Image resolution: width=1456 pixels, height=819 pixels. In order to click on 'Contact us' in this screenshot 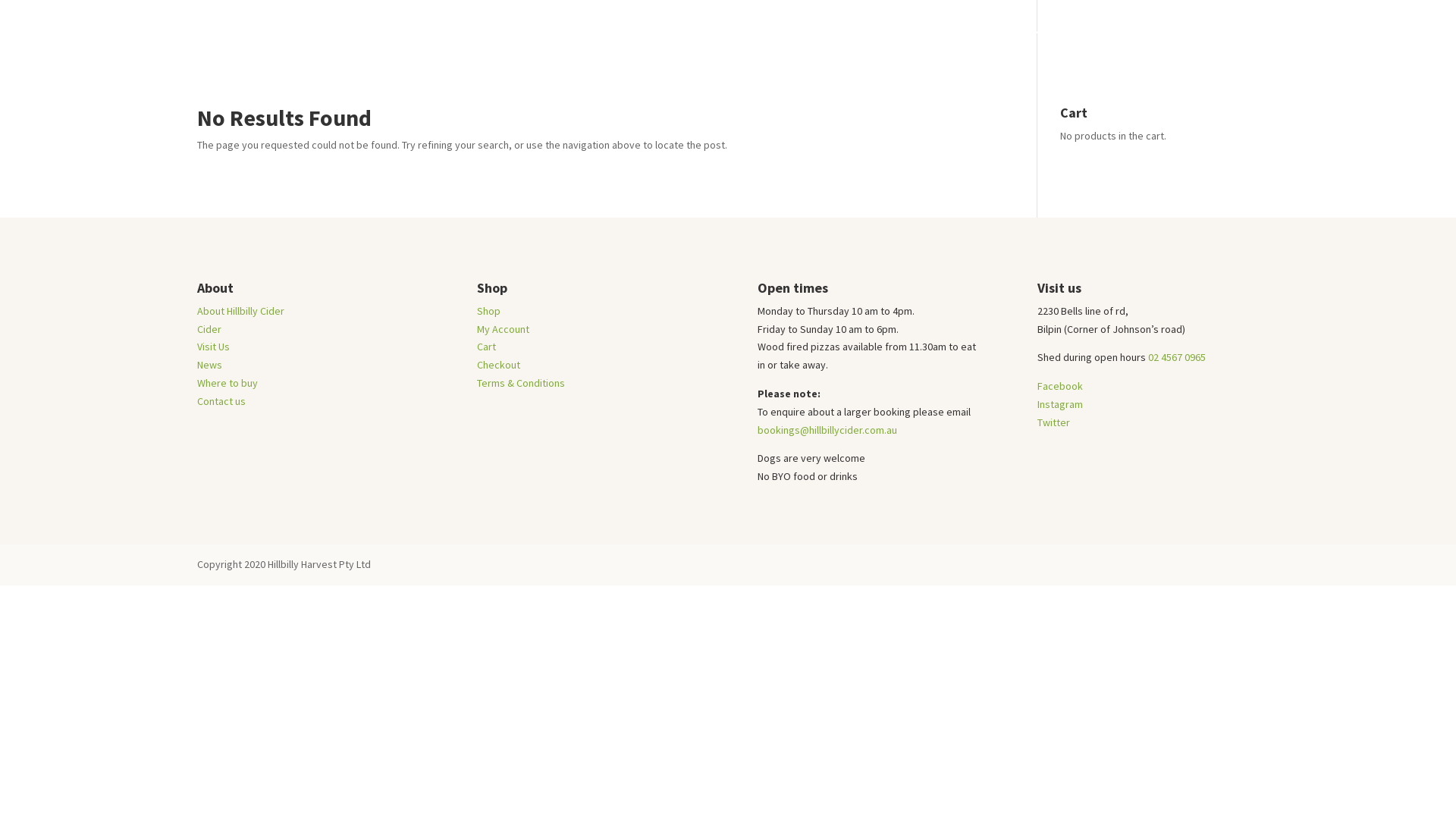, I will do `click(221, 400)`.